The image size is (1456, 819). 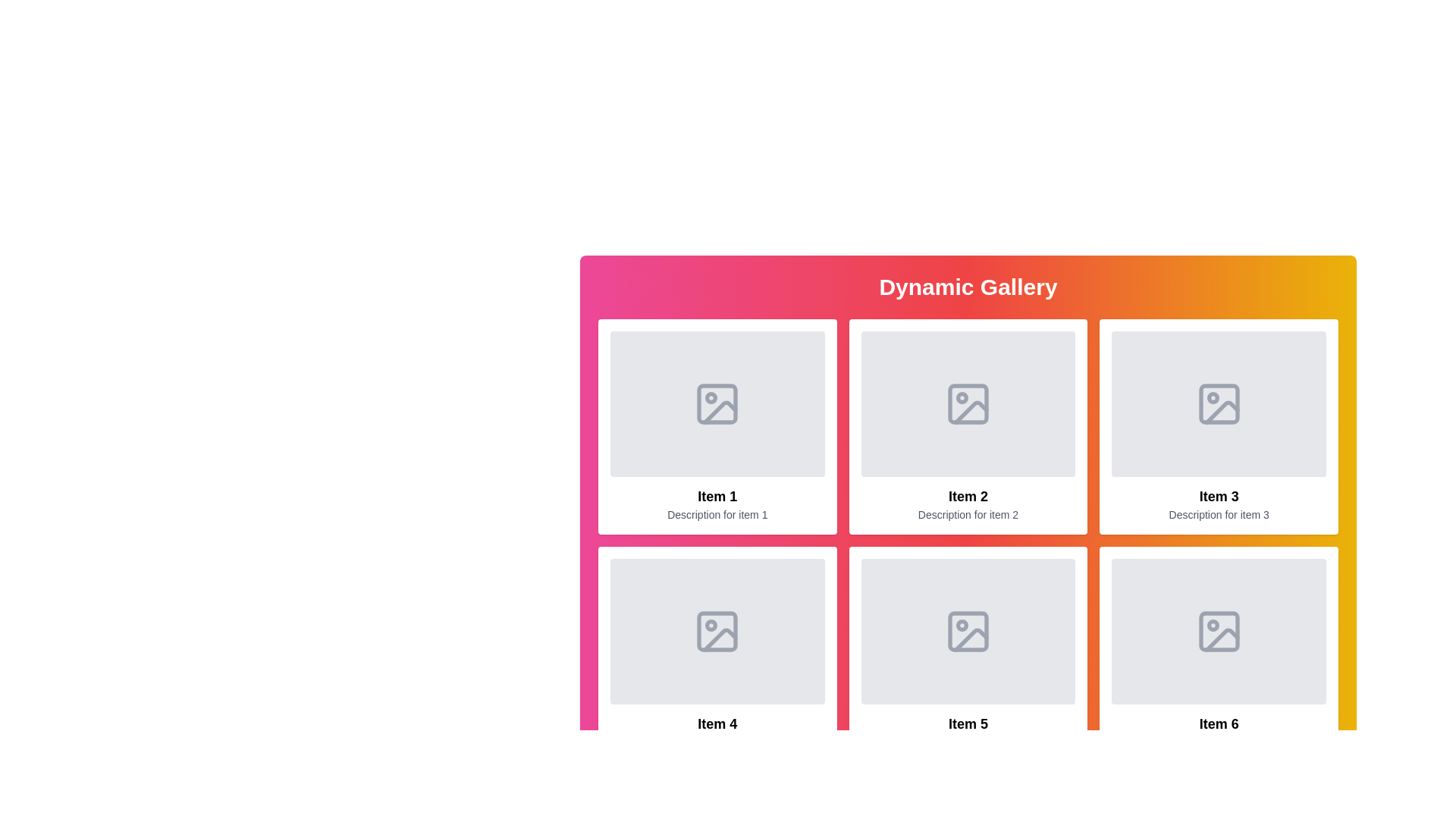 I want to click on the icon in the second column of the top row in the grid layout, which serves as a placeholder for an image, so click(x=967, y=403).